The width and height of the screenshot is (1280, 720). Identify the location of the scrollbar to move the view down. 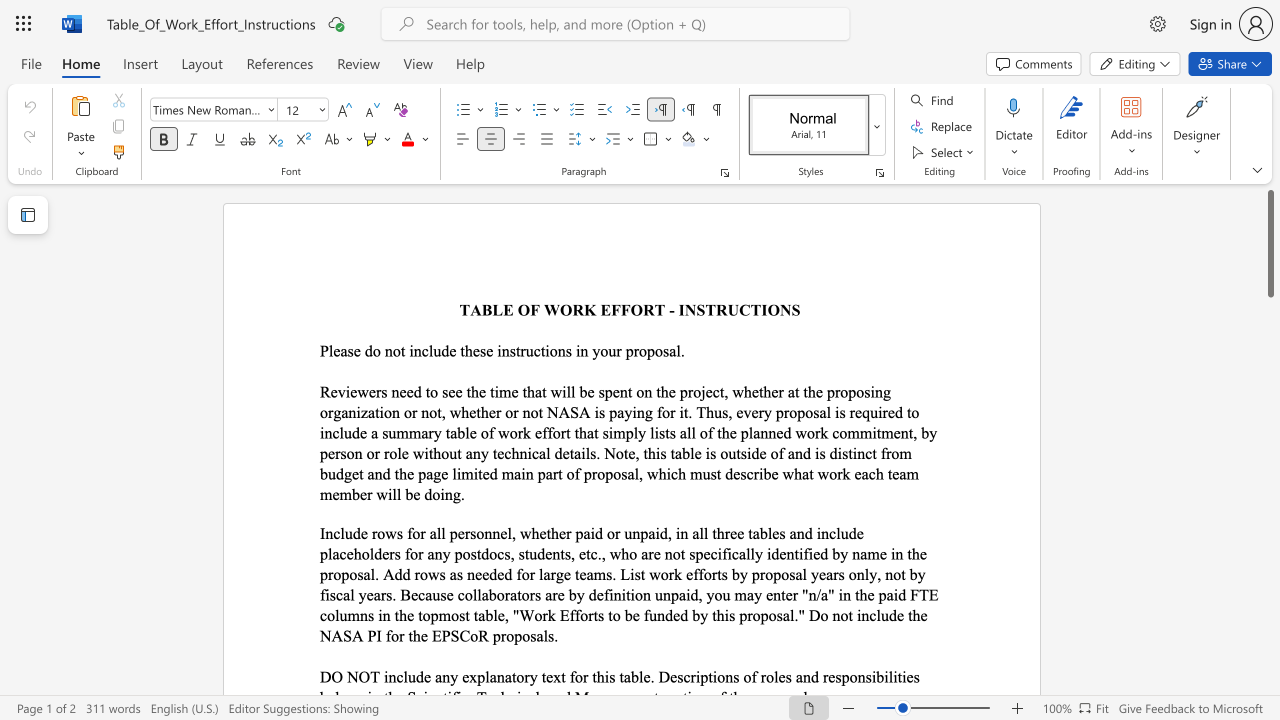
(1269, 580).